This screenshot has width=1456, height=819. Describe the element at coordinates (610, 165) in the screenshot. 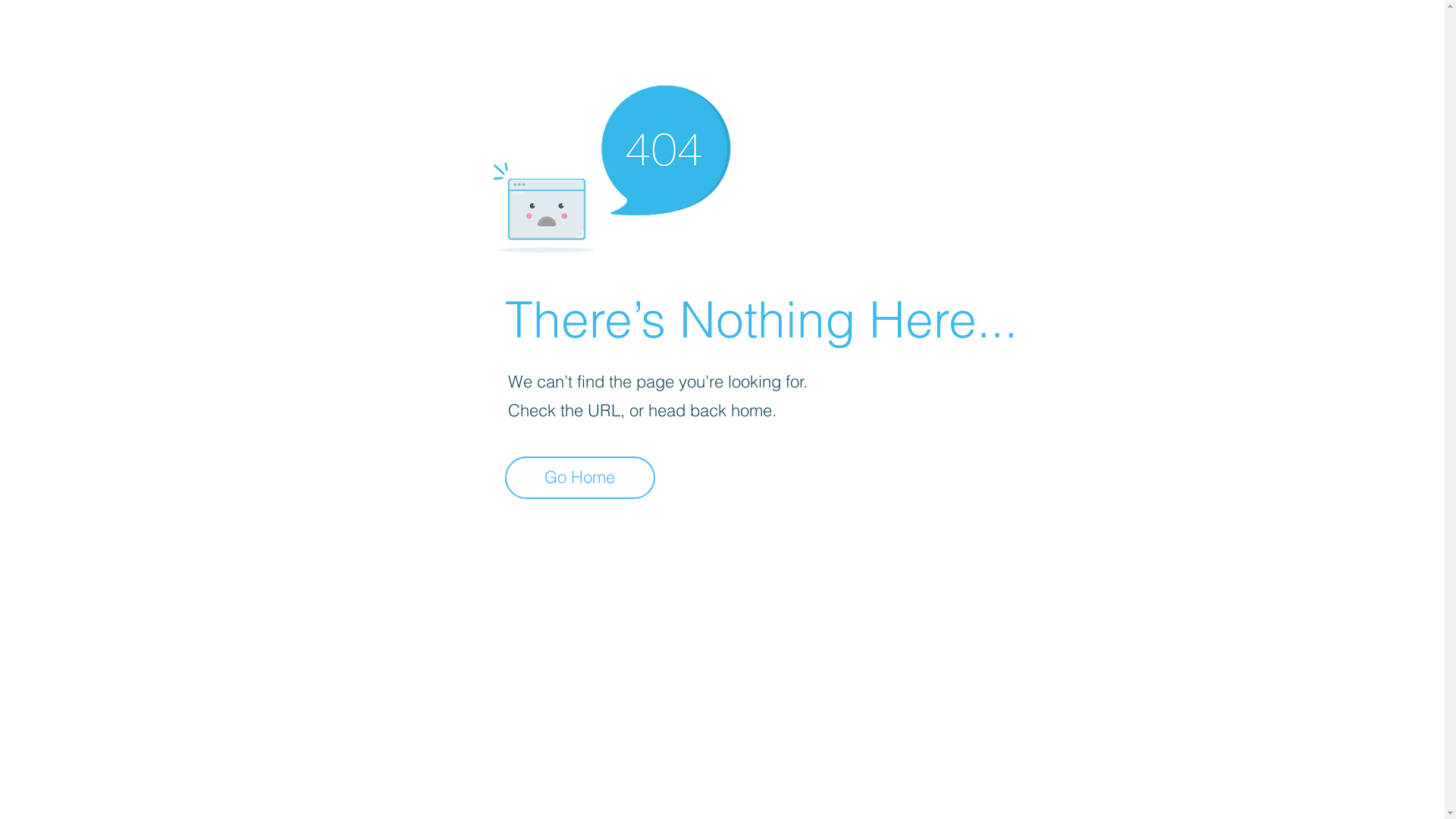

I see `'404-icon_2.png'` at that location.